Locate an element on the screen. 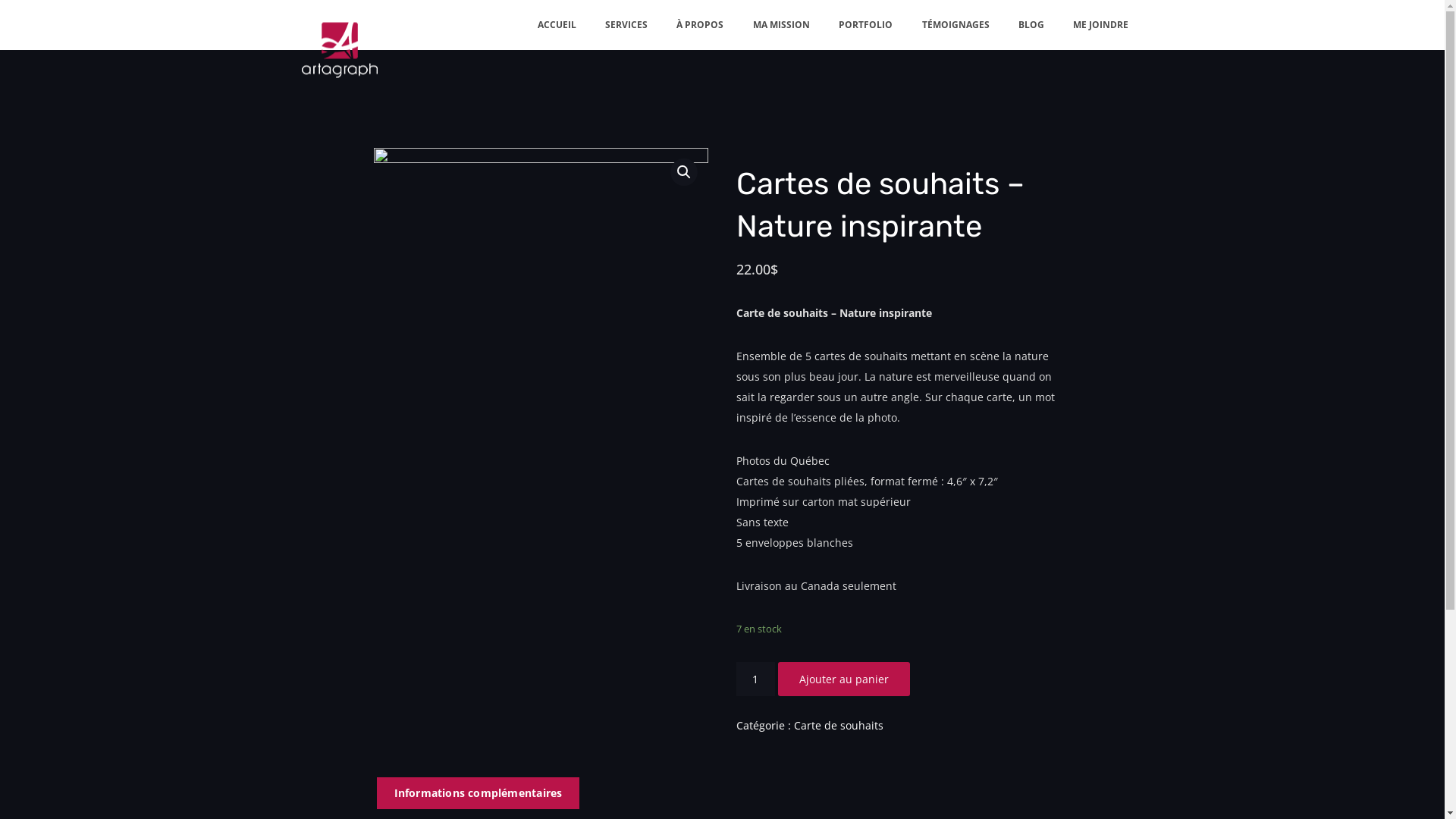 This screenshot has width=1456, height=819. 'ME JOINDRE' is located at coordinates (1100, 25).